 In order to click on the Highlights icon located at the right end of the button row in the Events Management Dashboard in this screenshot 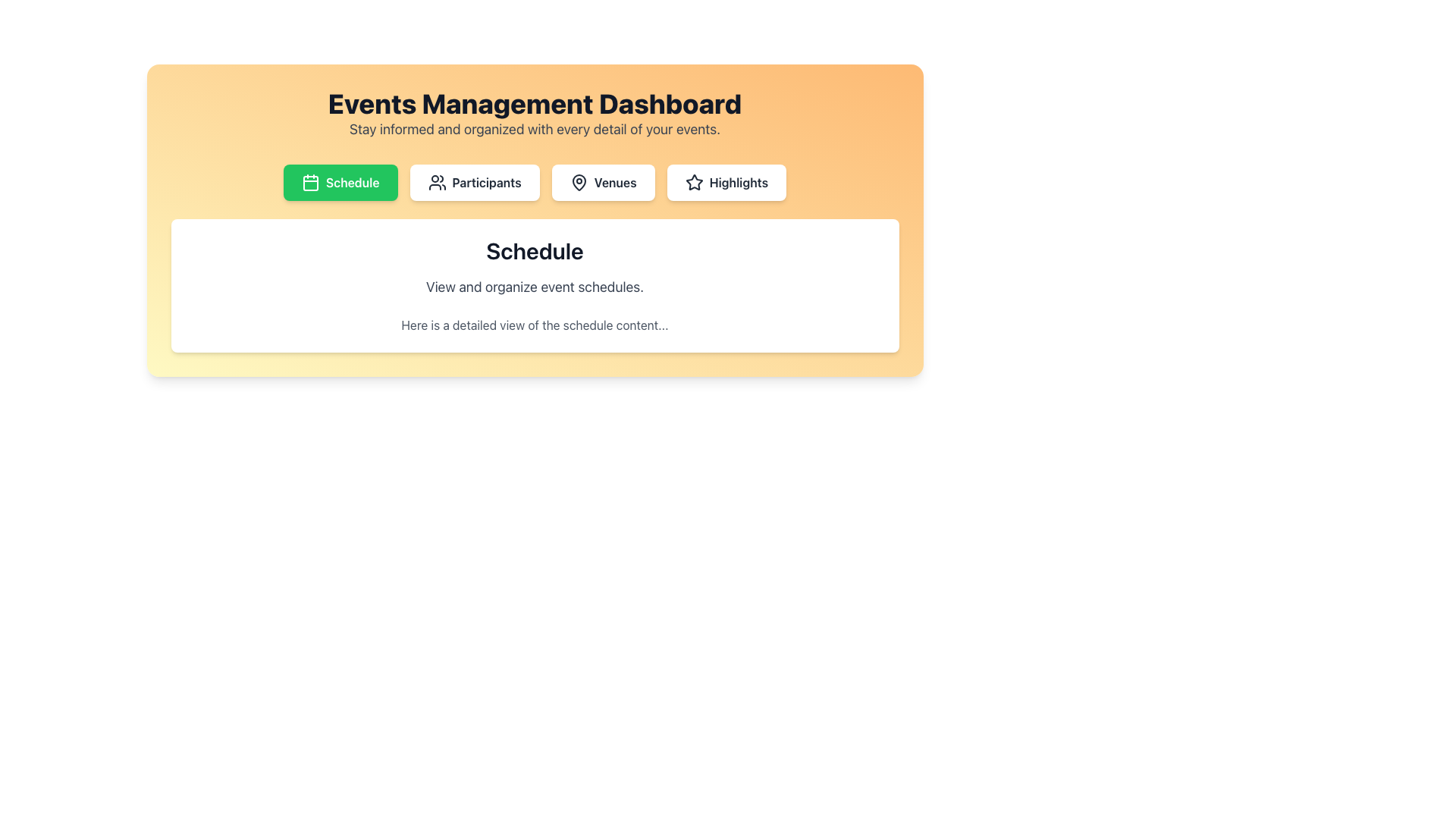, I will do `click(693, 181)`.